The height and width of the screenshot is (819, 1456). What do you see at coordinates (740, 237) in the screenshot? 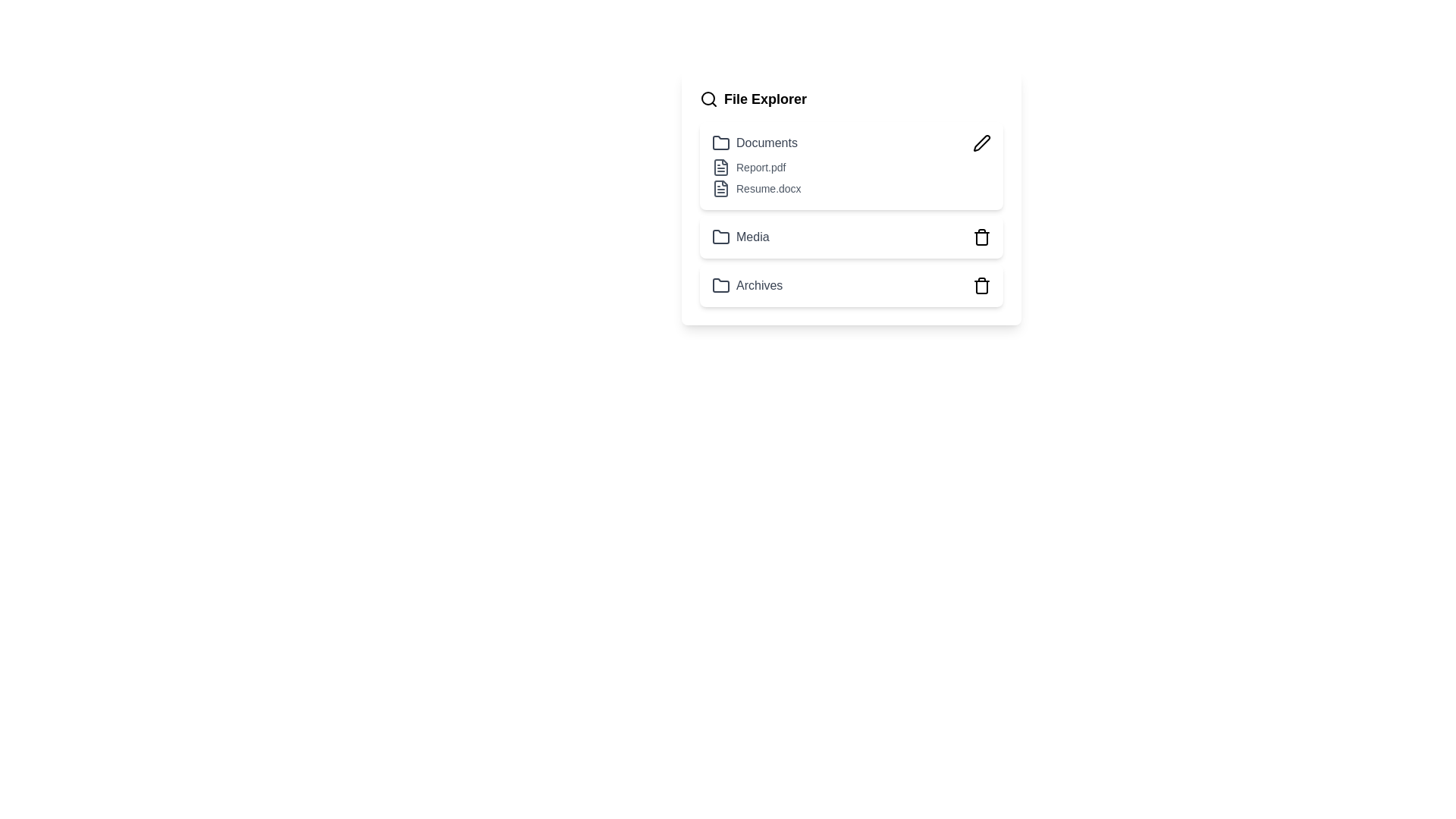
I see `the 'Media' text label, which is styled in medium-weight gray font and represents a media-related folder` at bounding box center [740, 237].